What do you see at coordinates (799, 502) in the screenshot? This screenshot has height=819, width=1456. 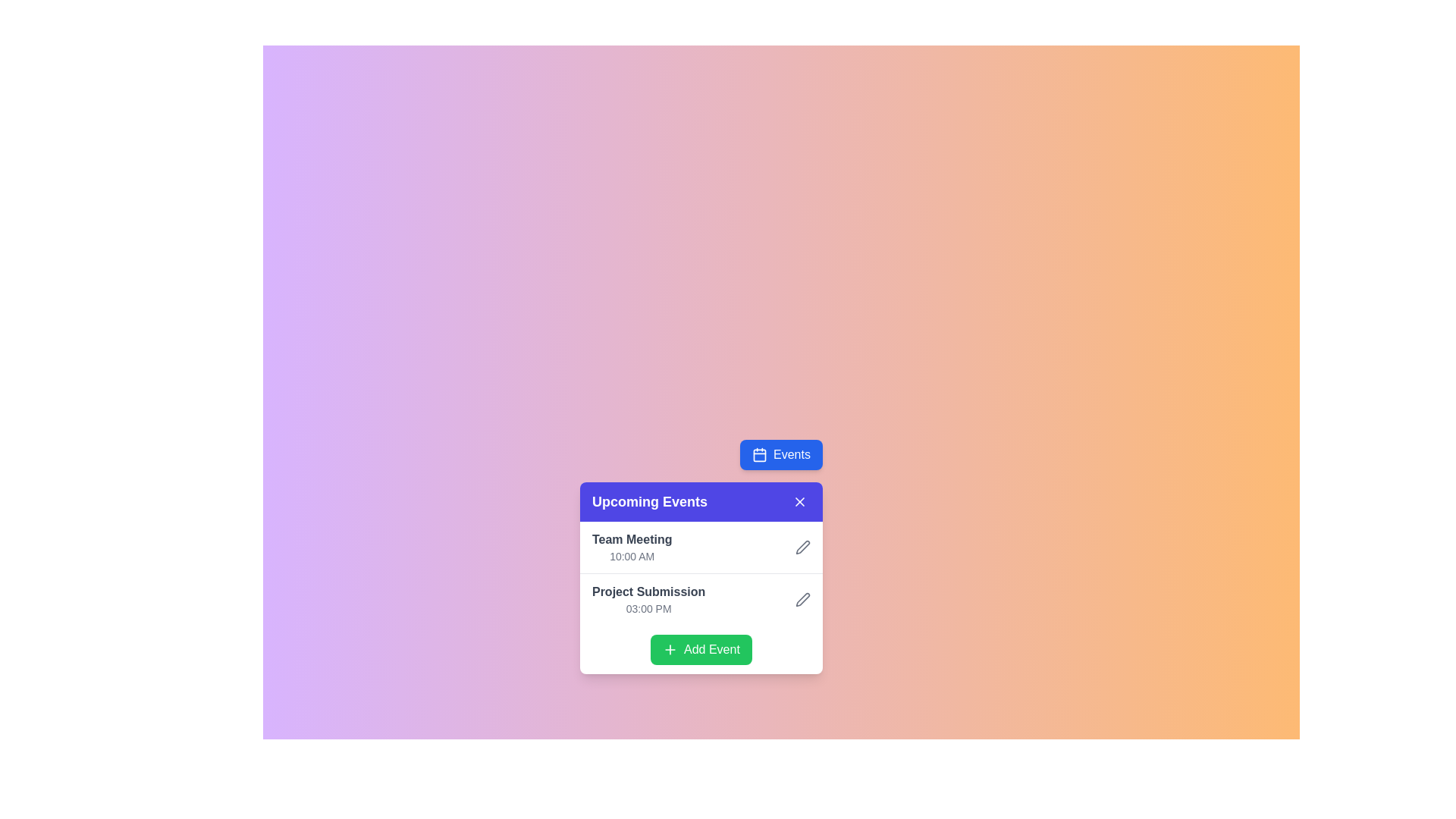 I see `the circular button with a purple background featuring an 'X' shape located at the top-right corner of the 'Upcoming Events' header section to change its background color` at bounding box center [799, 502].